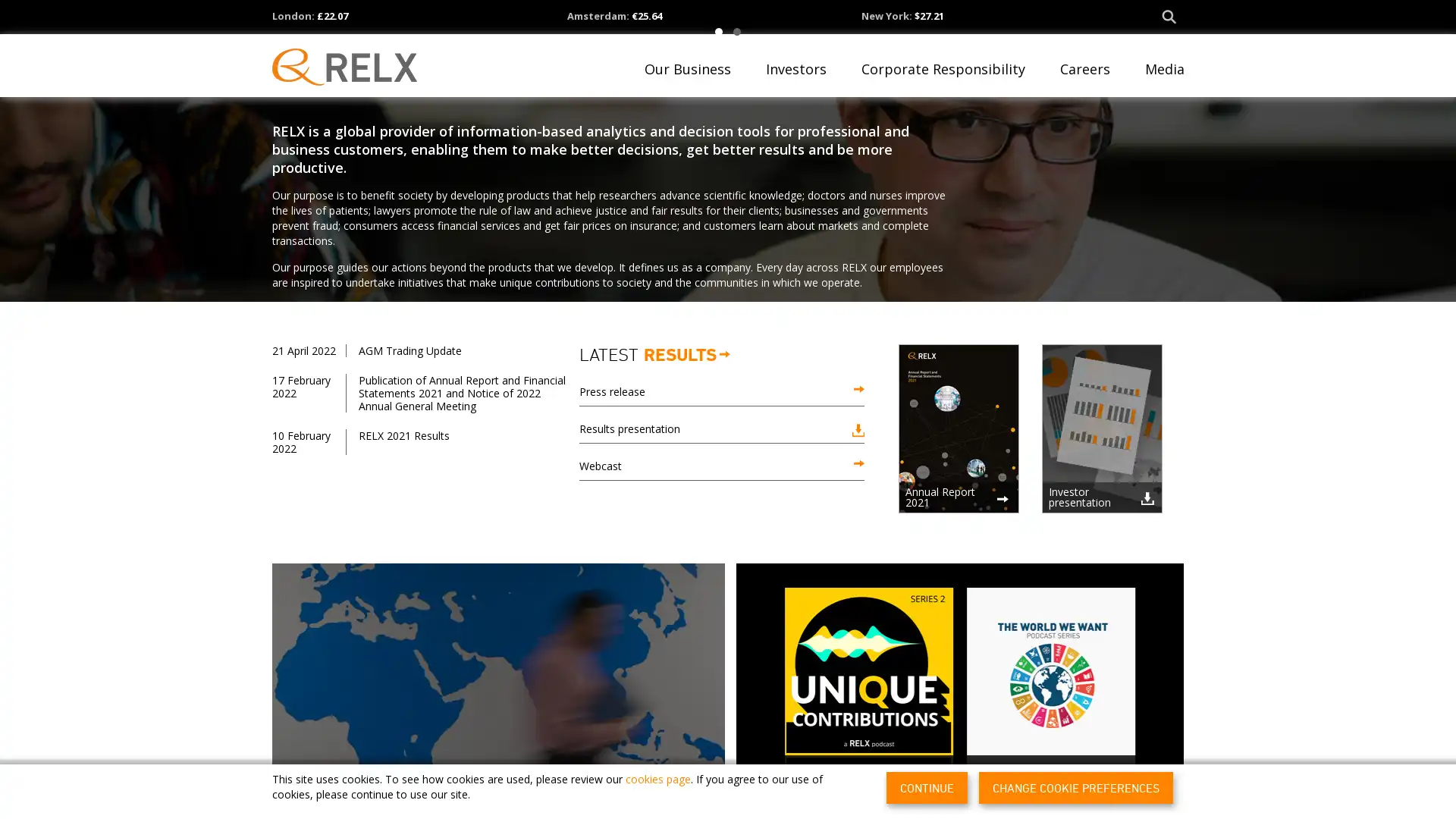  Describe the element at coordinates (926, 786) in the screenshot. I see `CONTINUE` at that location.